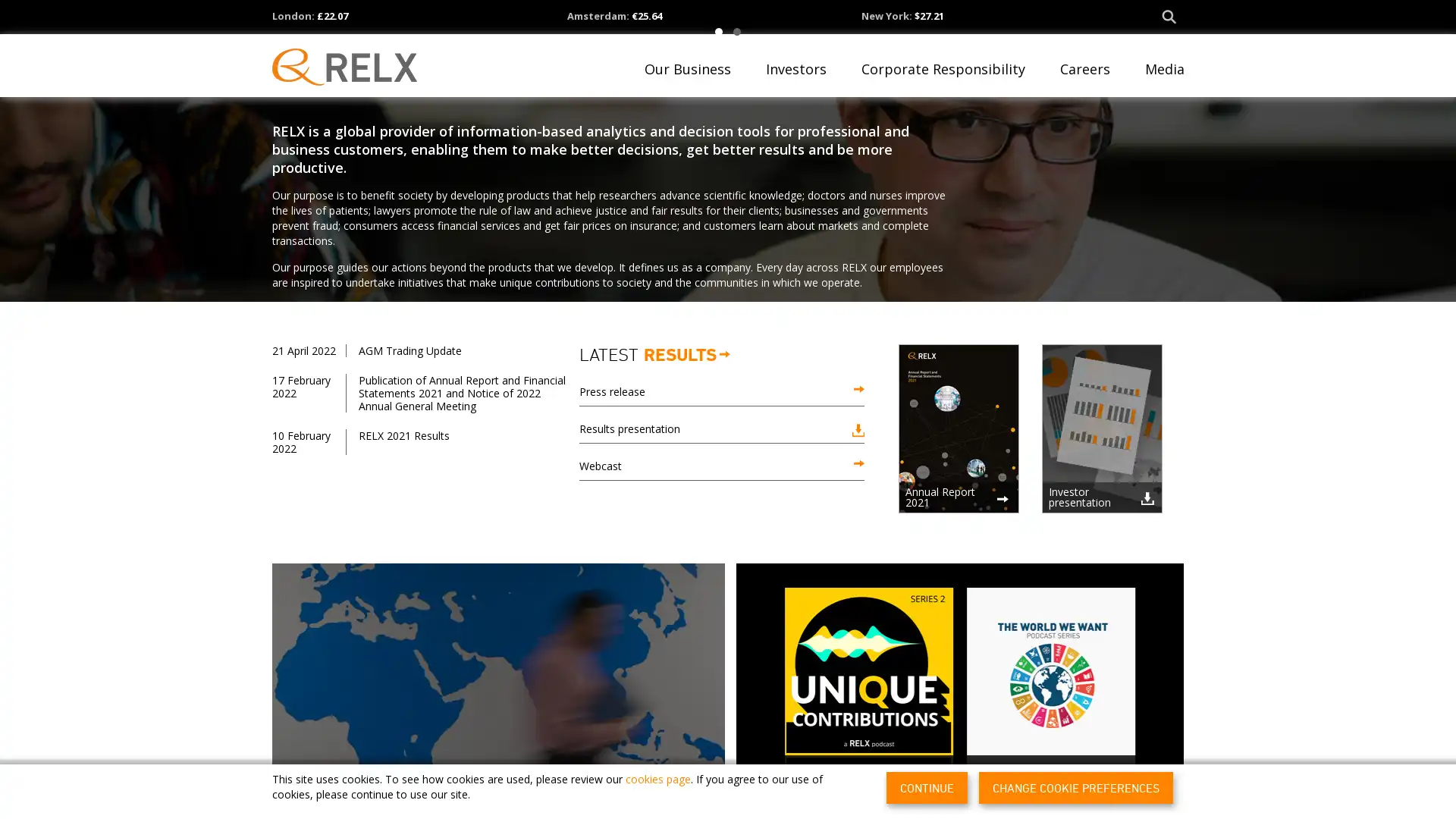  Describe the element at coordinates (926, 786) in the screenshot. I see `CONTINUE` at that location.